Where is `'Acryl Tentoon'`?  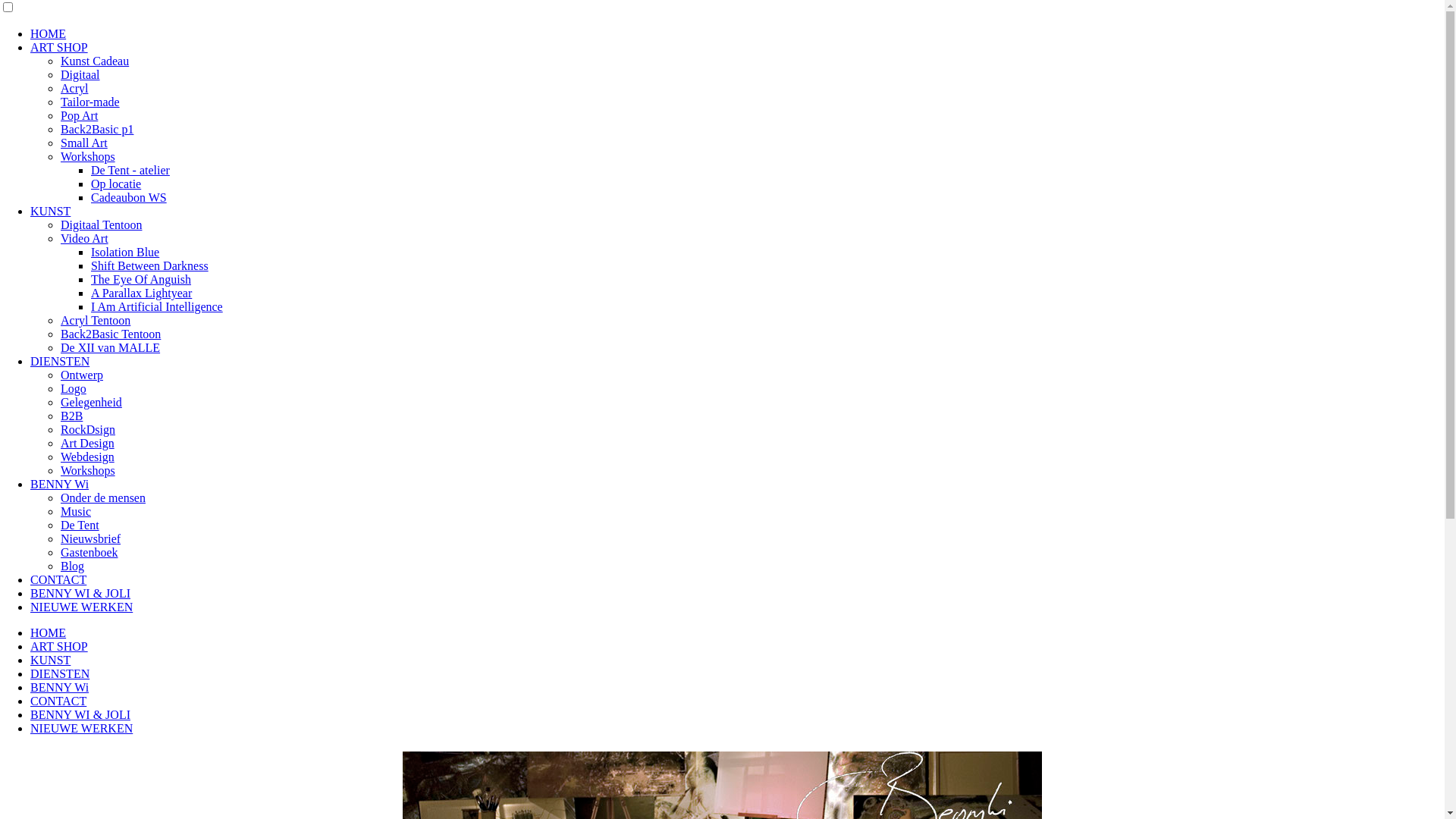
'Acryl Tentoon' is located at coordinates (94, 319).